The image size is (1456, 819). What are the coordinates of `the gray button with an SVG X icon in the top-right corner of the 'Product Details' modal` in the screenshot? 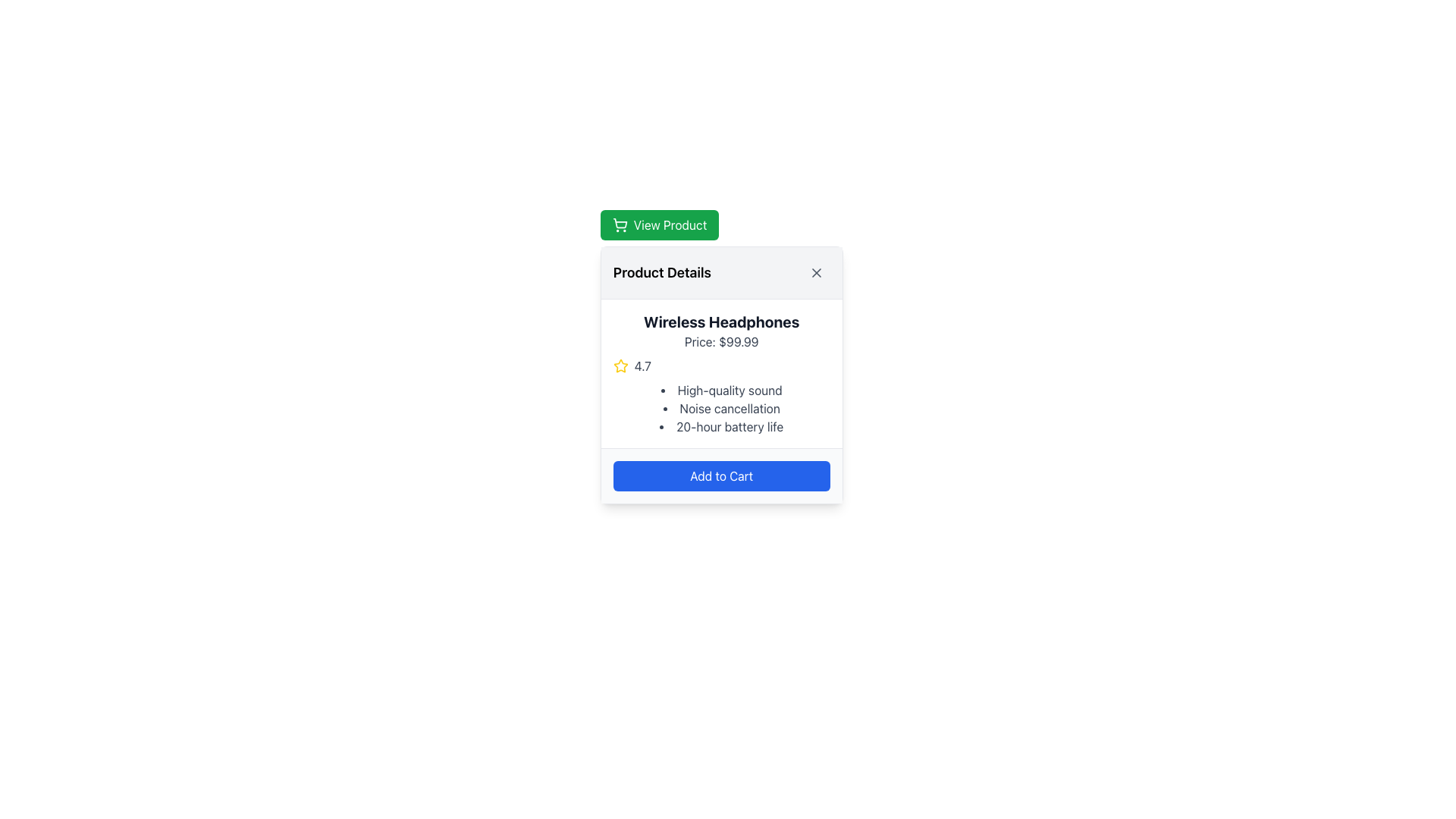 It's located at (815, 271).